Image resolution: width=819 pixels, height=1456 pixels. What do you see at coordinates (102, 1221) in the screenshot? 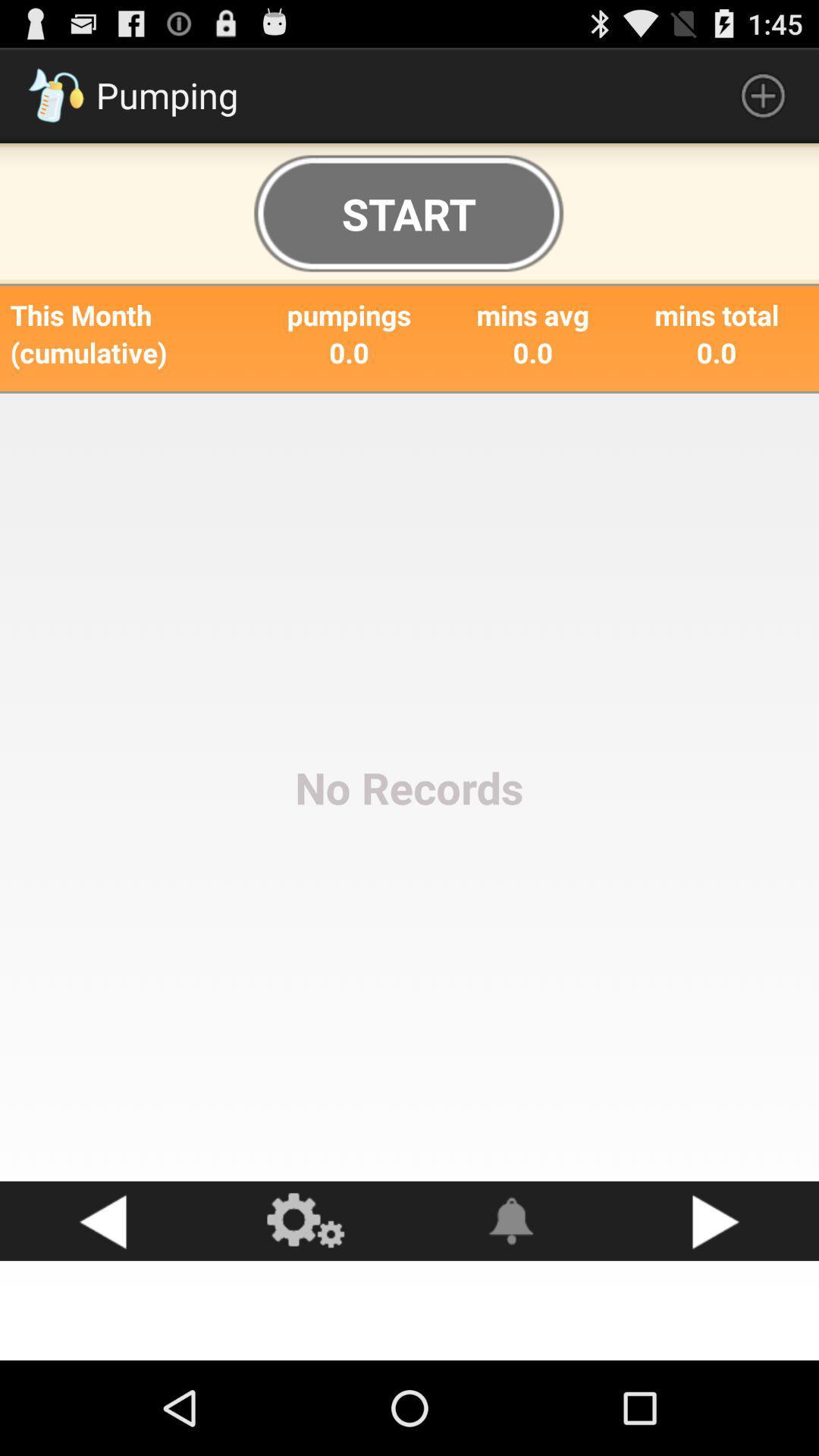
I see `go back` at bounding box center [102, 1221].